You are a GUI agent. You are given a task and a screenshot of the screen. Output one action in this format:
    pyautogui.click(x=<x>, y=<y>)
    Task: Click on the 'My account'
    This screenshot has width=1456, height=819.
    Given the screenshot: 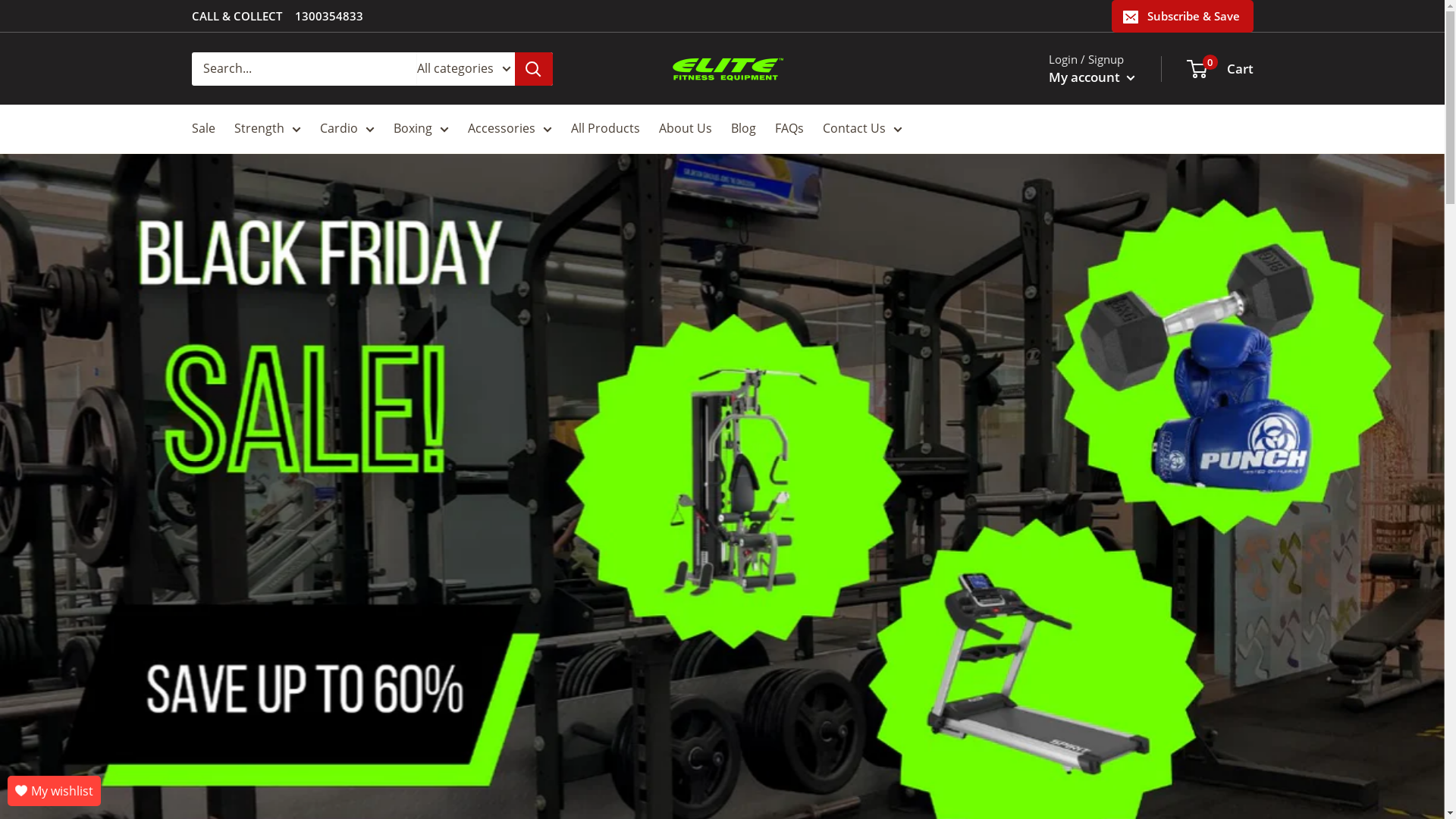 What is the action you would take?
    pyautogui.click(x=1090, y=77)
    